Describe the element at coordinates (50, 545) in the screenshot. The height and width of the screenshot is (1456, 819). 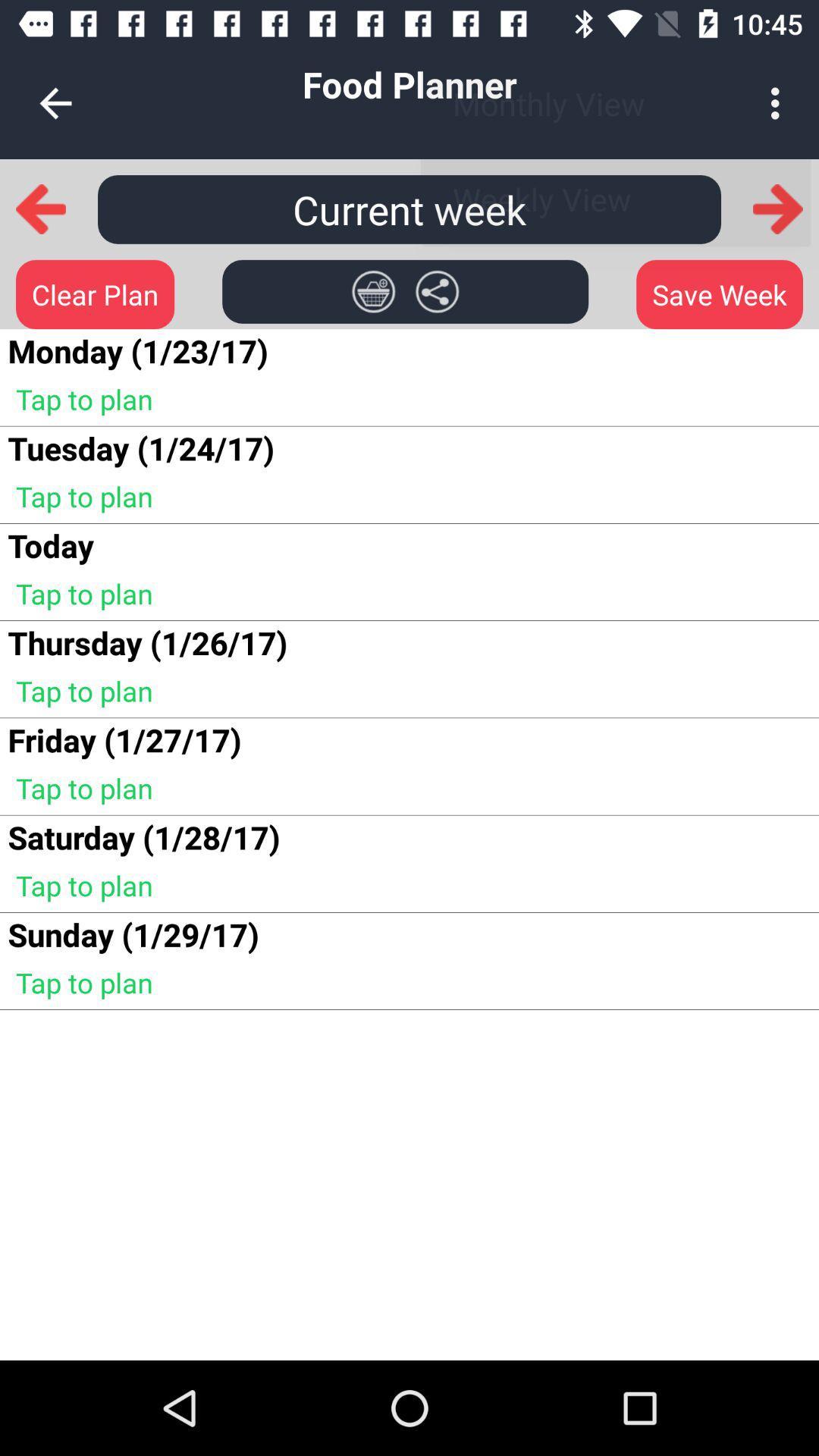
I see `the today app` at that location.